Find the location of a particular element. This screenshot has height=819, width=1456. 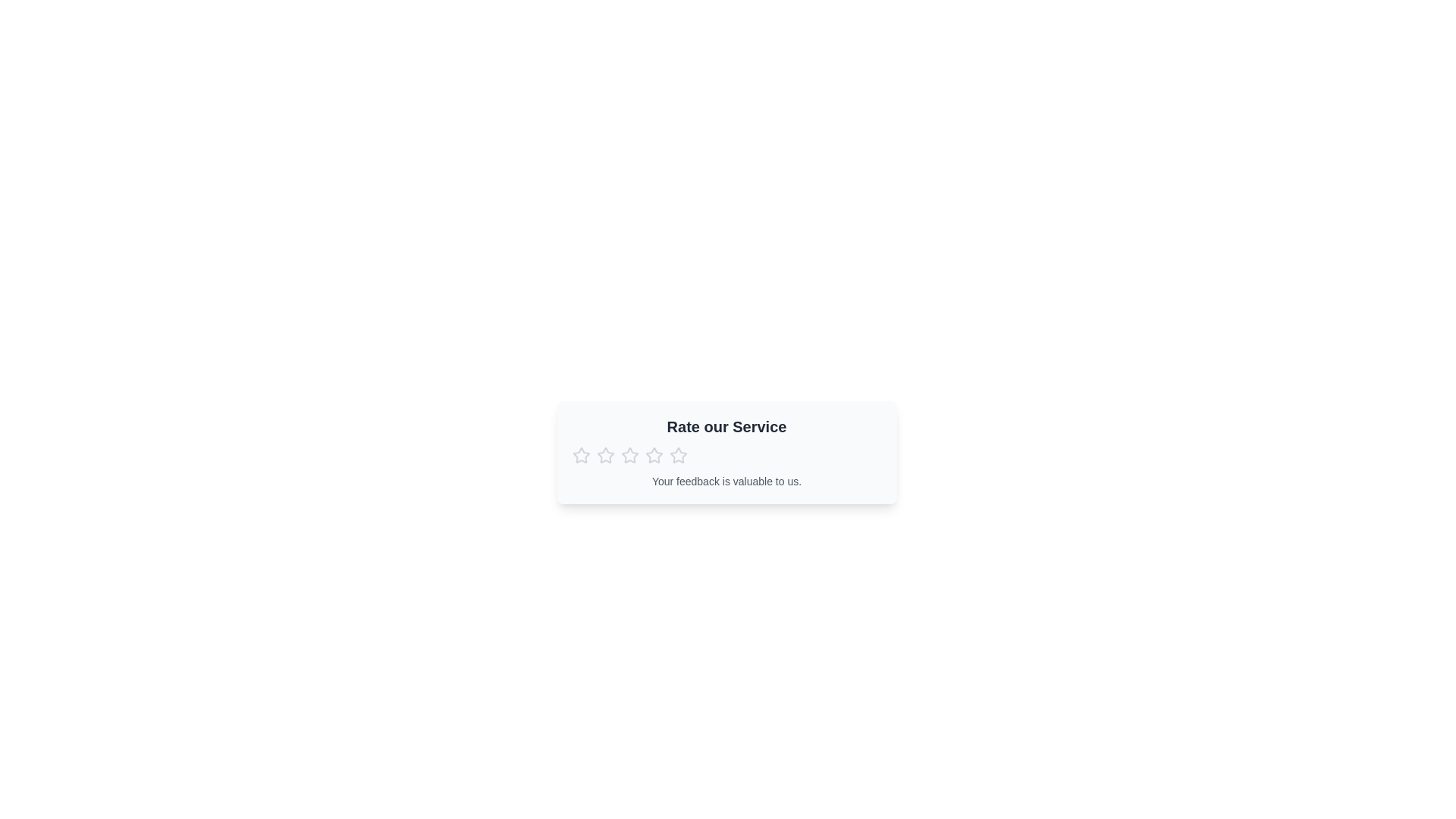

the second star icon in the 5-star rating system to register a 2-star rating for the service evaluation is located at coordinates (604, 454).